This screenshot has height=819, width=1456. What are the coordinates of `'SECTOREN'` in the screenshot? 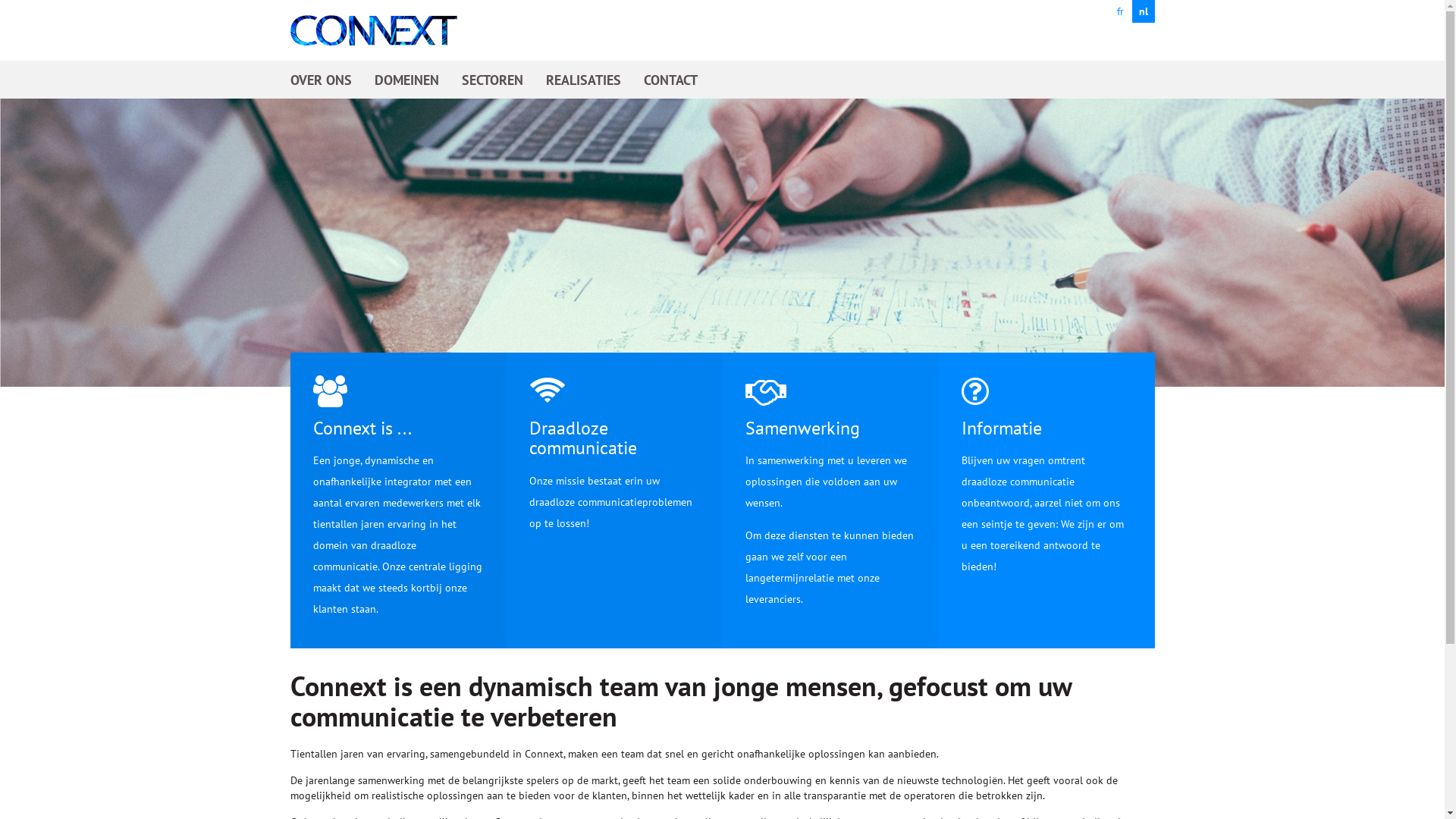 It's located at (491, 79).